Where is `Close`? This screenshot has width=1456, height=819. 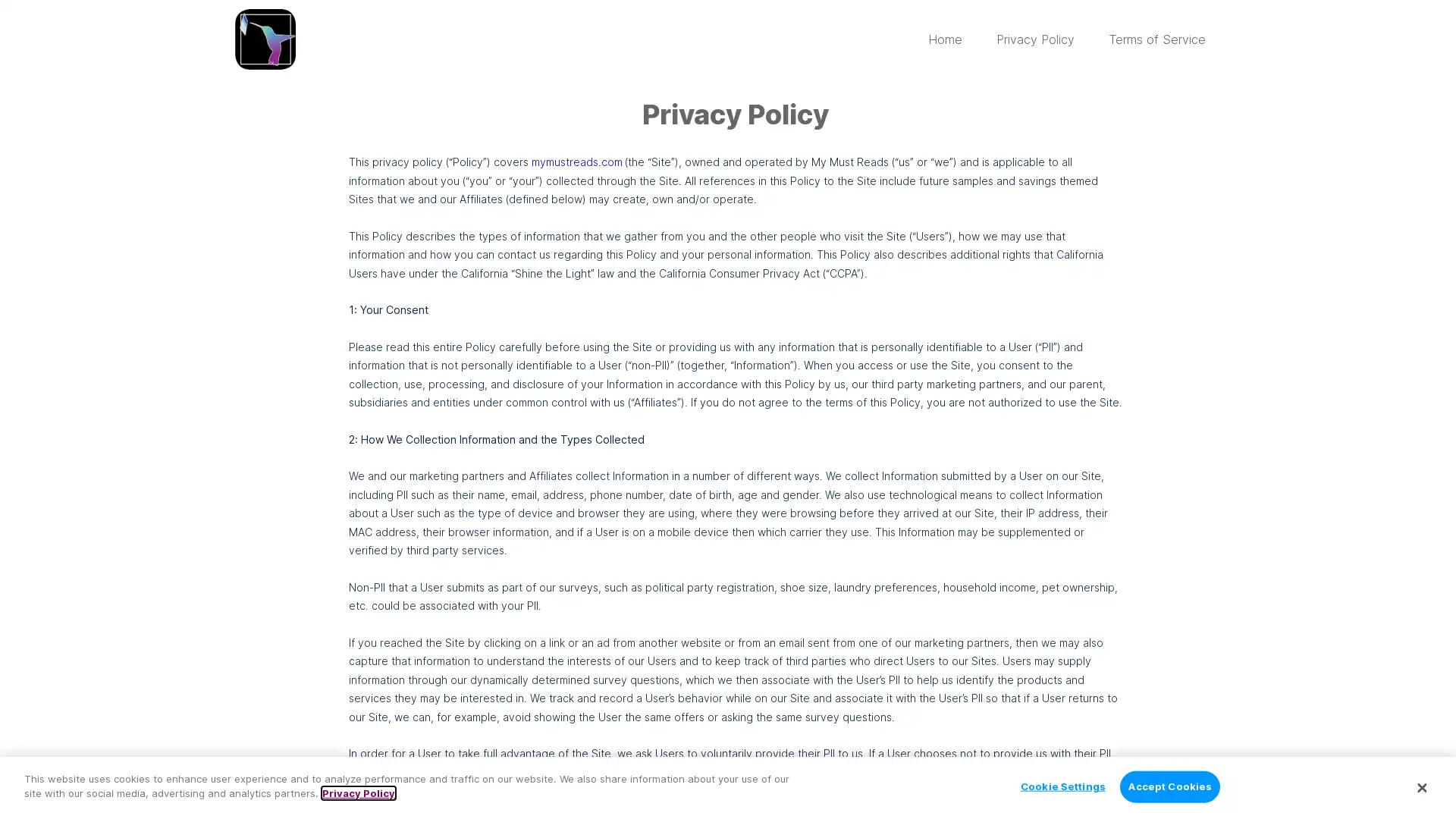 Close is located at coordinates (1420, 786).